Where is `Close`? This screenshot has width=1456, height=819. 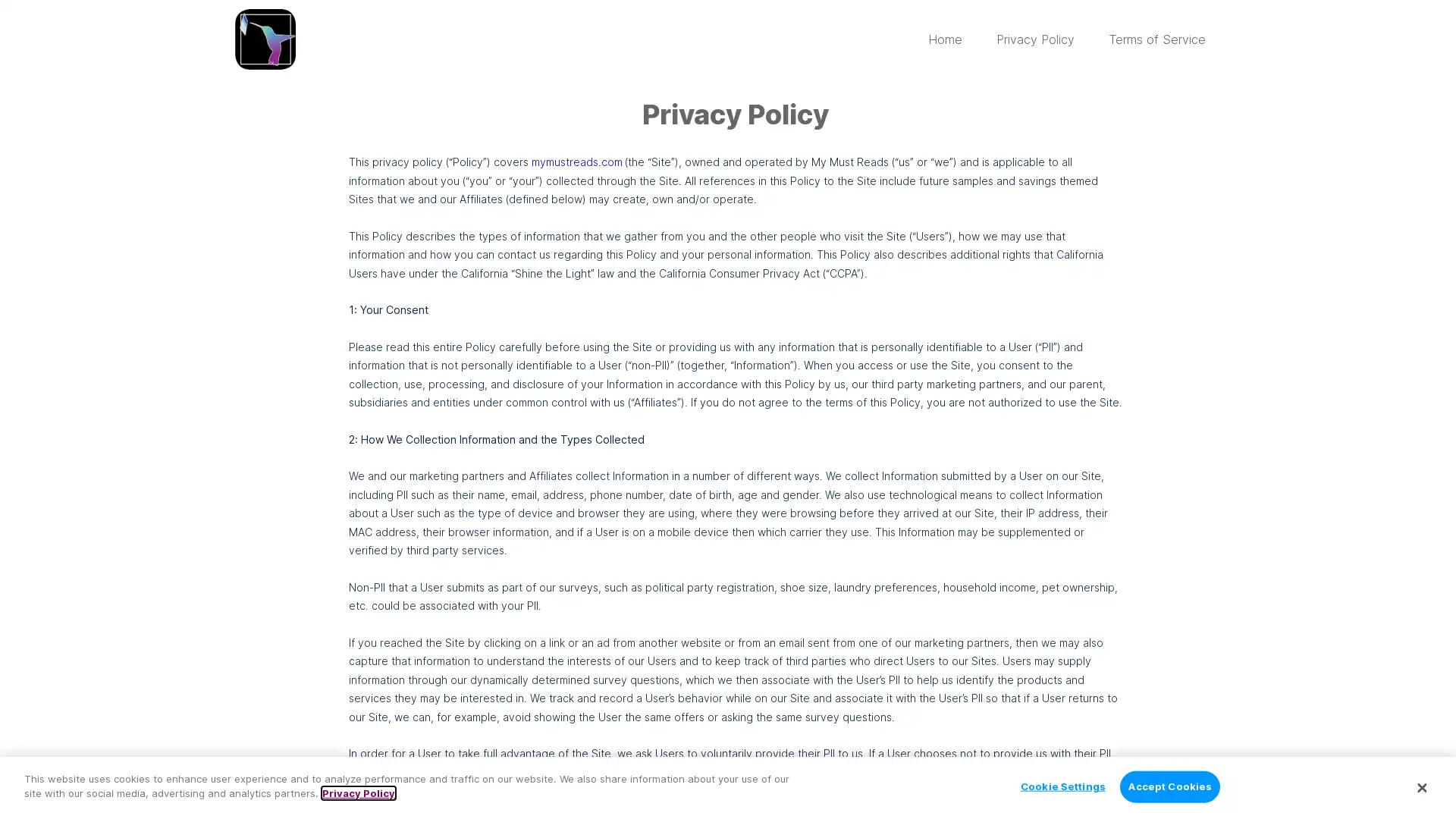 Close is located at coordinates (1420, 786).